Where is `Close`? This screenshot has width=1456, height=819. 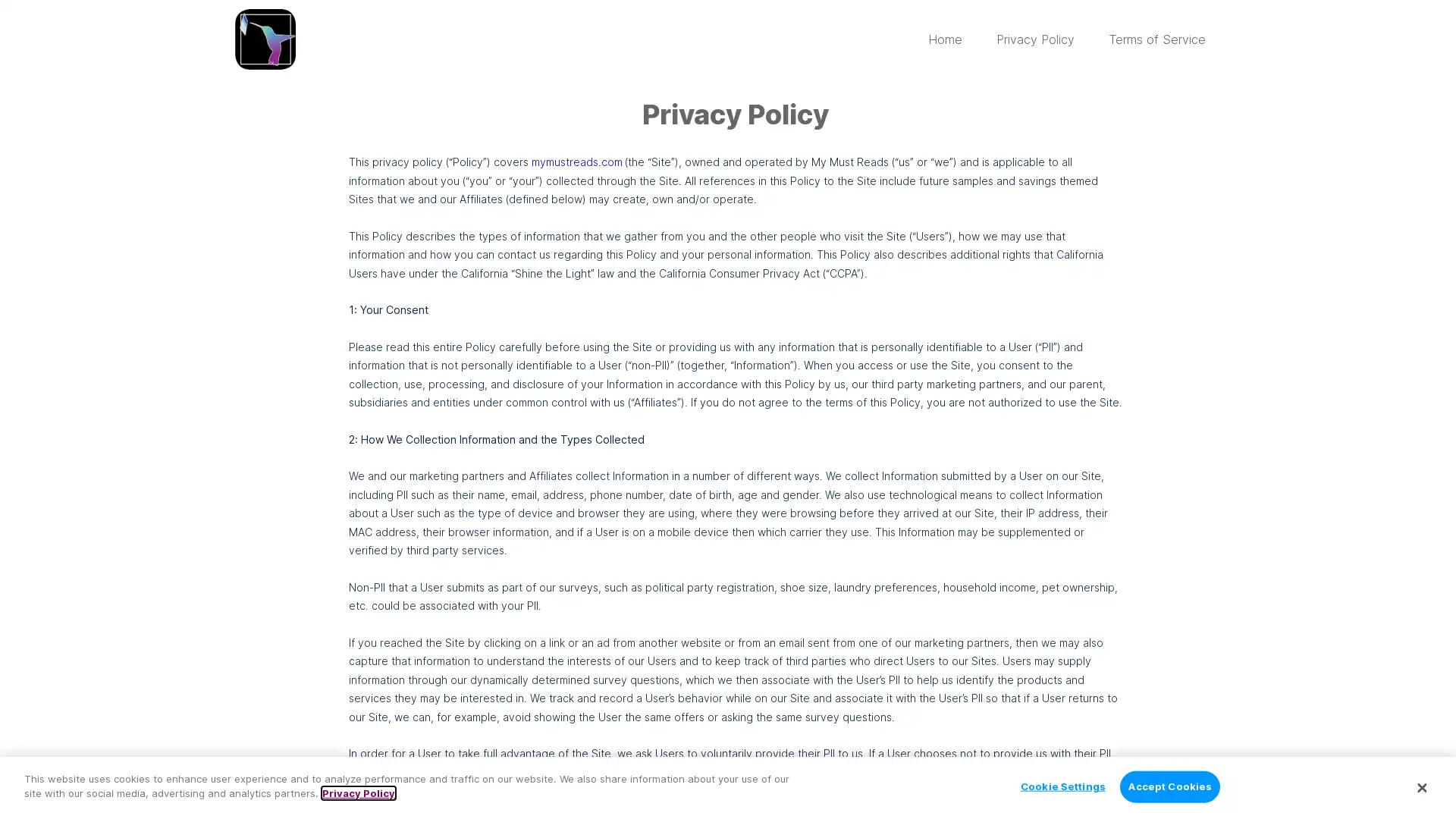 Close is located at coordinates (1420, 786).